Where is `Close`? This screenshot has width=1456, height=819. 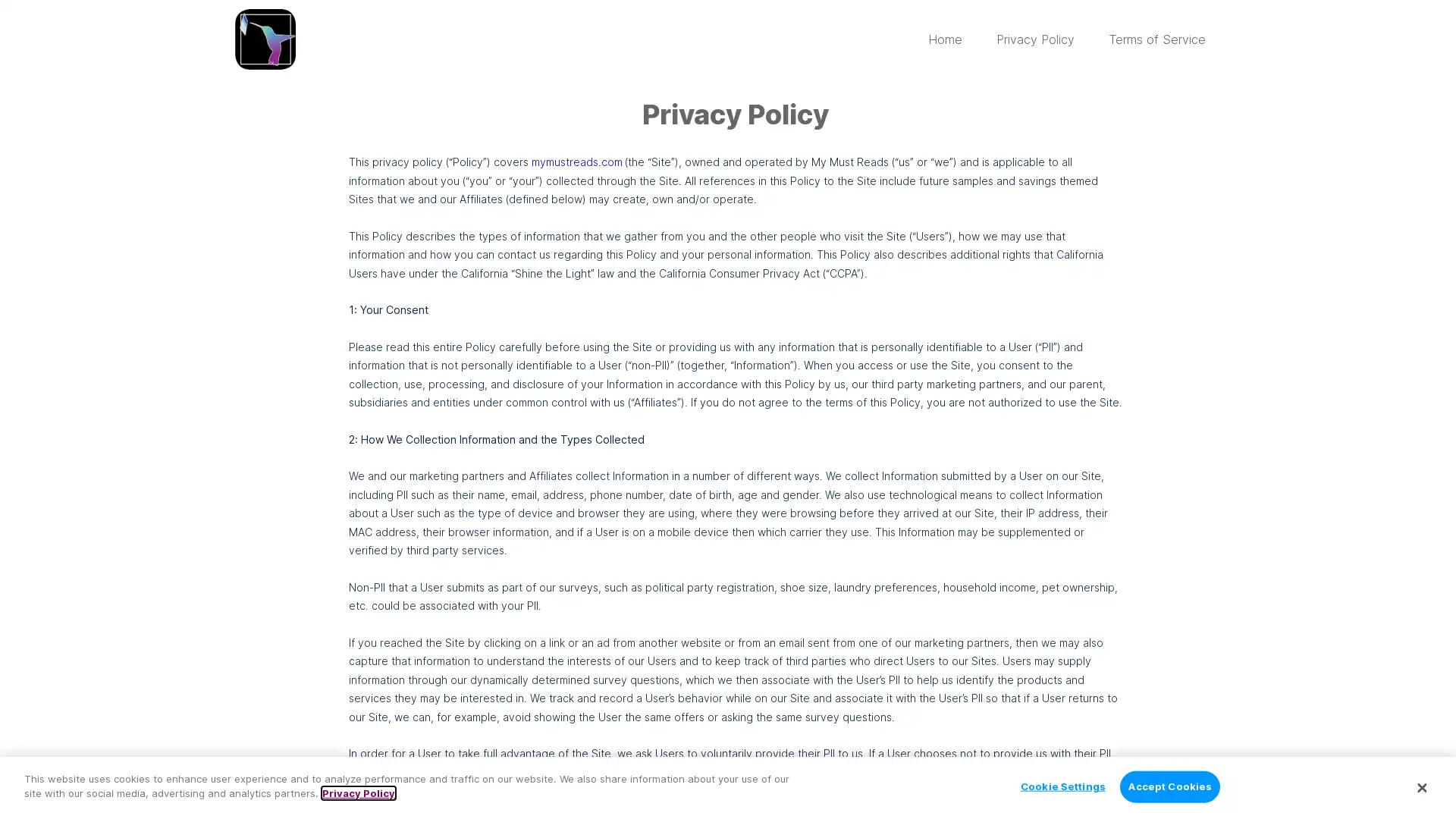 Close is located at coordinates (1420, 786).